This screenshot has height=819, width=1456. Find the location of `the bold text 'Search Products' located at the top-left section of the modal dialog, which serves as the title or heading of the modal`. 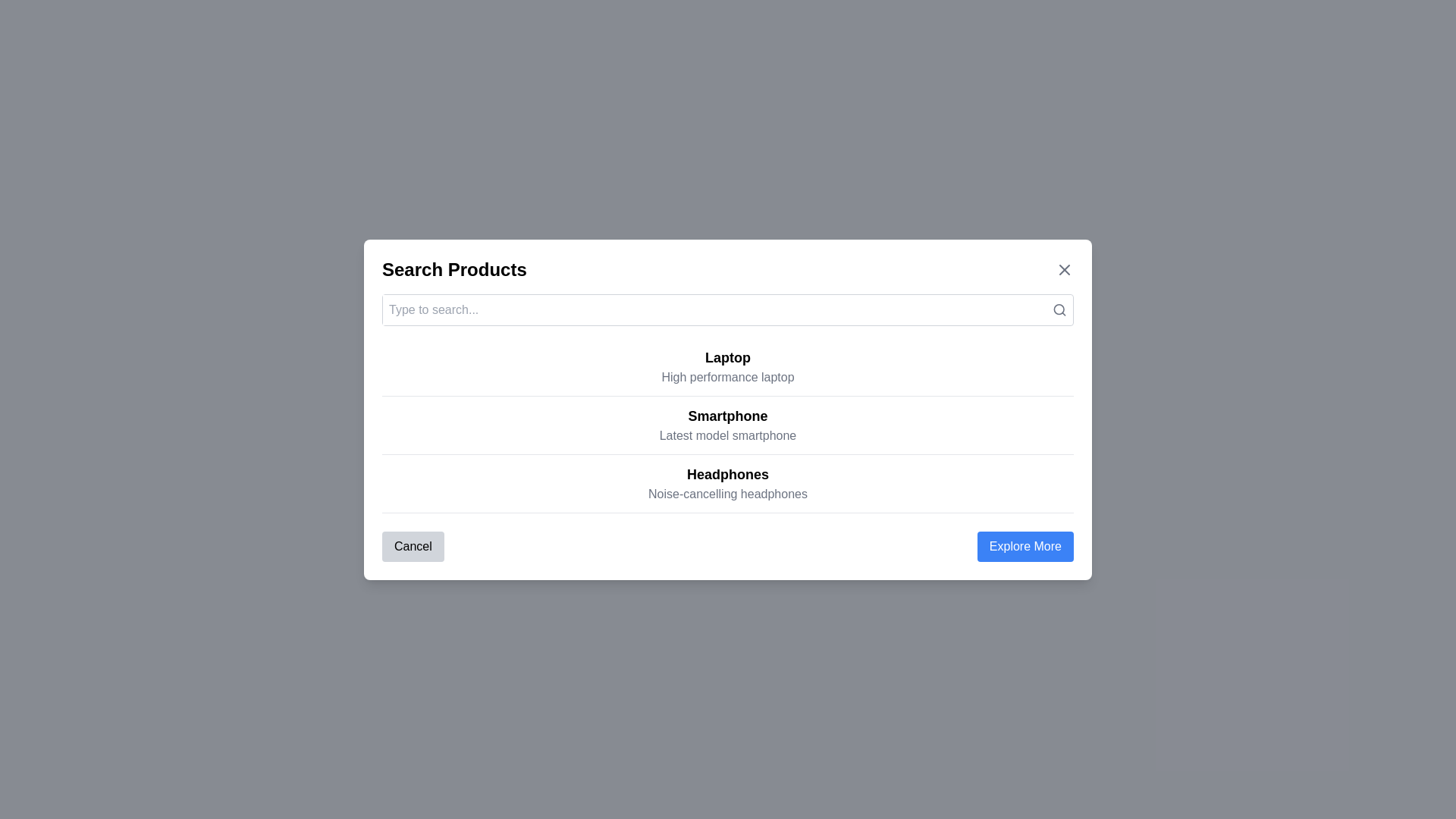

the bold text 'Search Products' located at the top-left section of the modal dialog, which serves as the title or heading of the modal is located at coordinates (453, 268).